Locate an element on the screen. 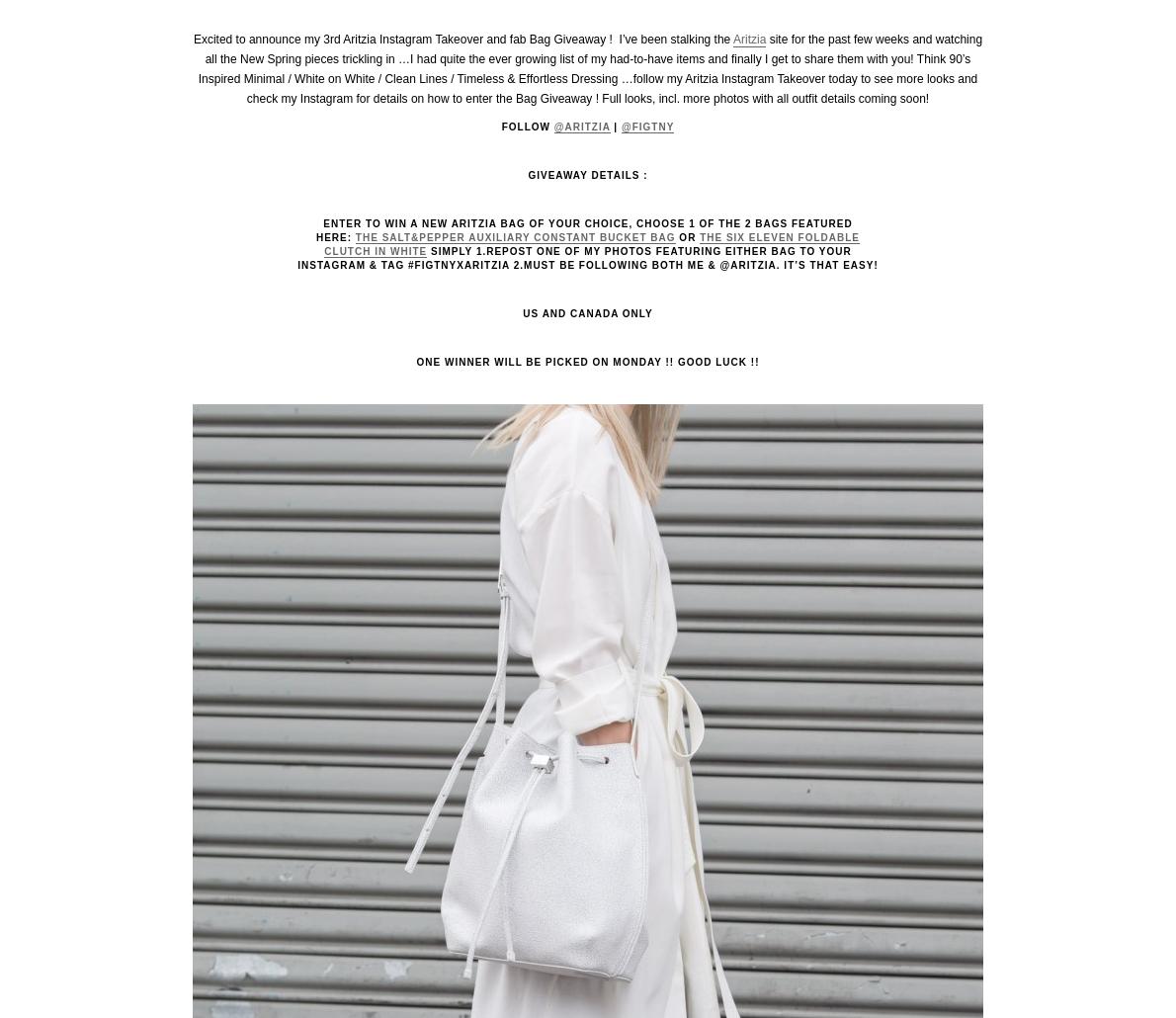 This screenshot has width=1176, height=1018. 'ONE WINNER WILL BE PICKED ON MONDAY !! GOOD LUCK !!' is located at coordinates (416, 362).